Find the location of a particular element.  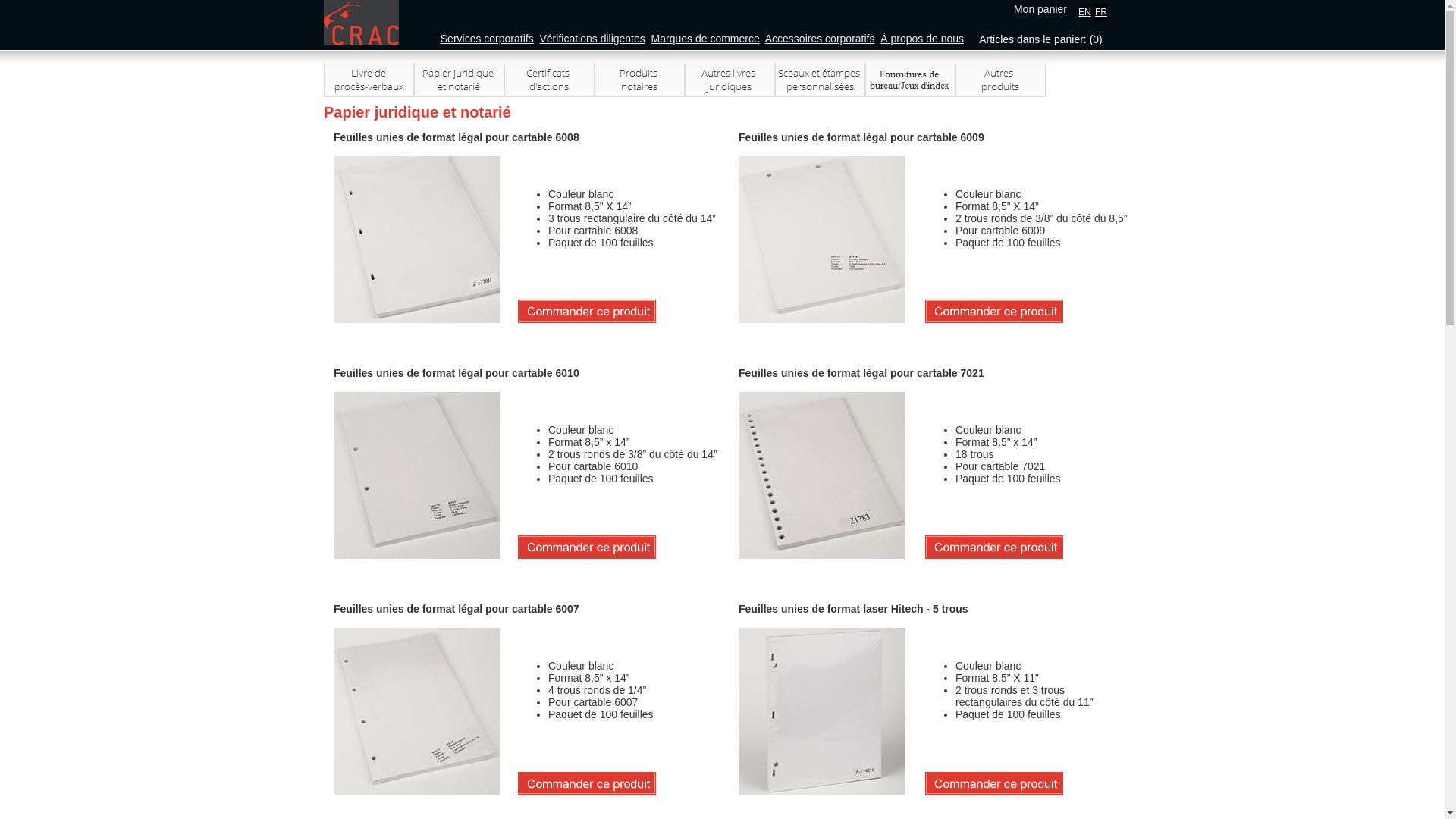

'Fournitures de is located at coordinates (865, 80).